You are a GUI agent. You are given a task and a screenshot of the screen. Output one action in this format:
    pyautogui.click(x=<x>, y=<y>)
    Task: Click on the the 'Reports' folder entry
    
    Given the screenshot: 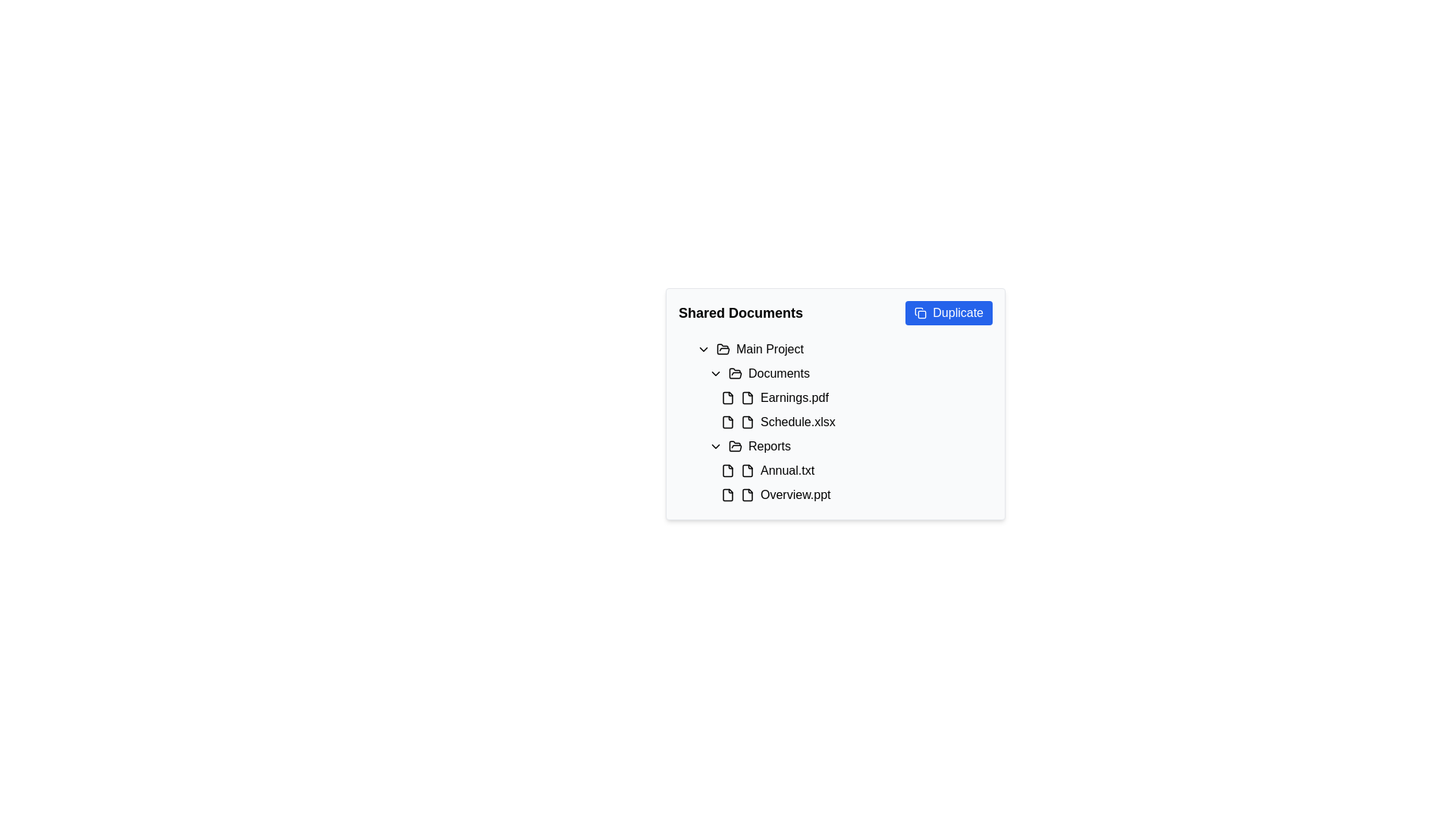 What is the action you would take?
    pyautogui.click(x=847, y=446)
    